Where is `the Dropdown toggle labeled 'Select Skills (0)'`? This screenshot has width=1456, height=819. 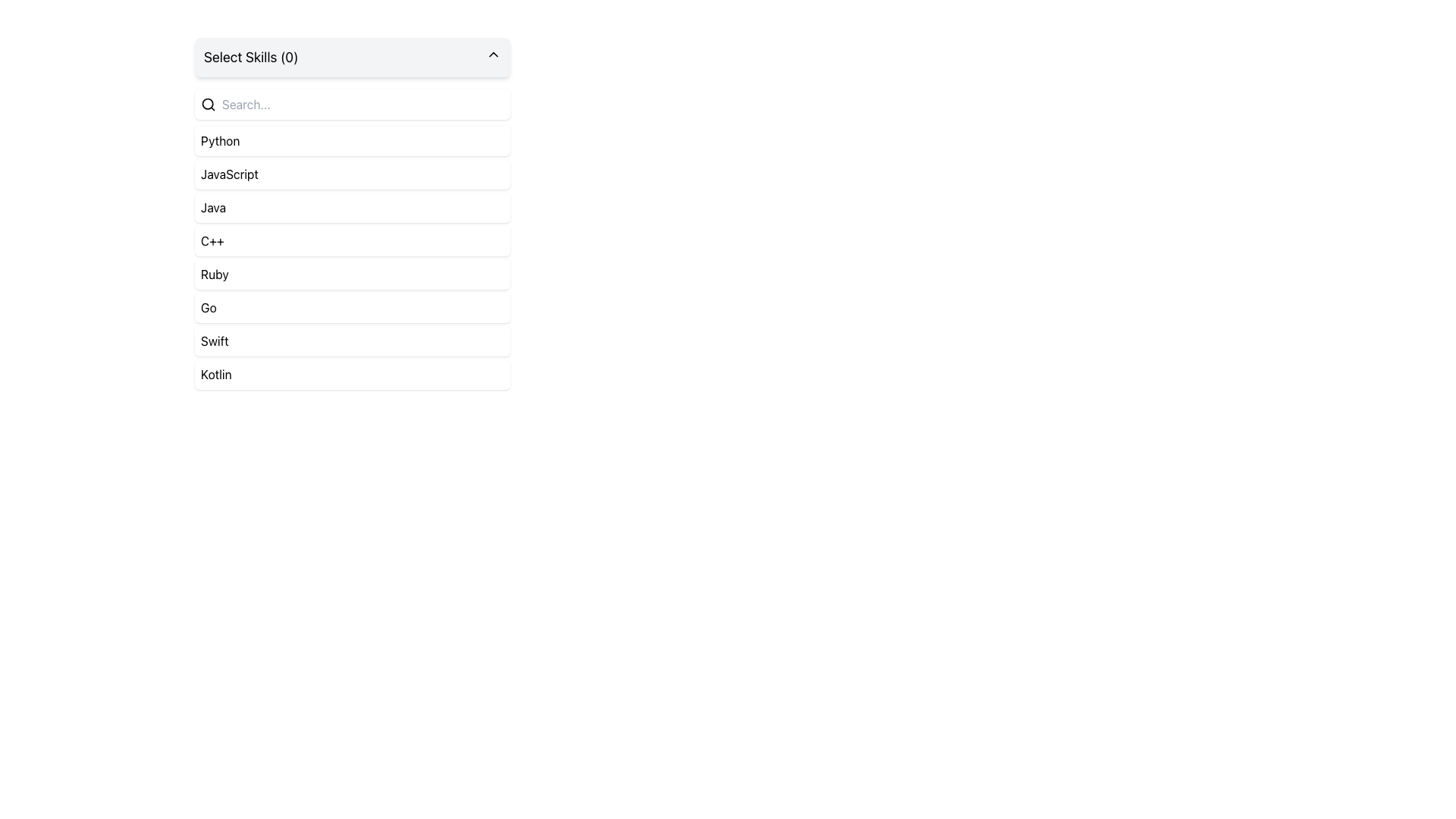
the Dropdown toggle labeled 'Select Skills (0)' is located at coordinates (352, 57).